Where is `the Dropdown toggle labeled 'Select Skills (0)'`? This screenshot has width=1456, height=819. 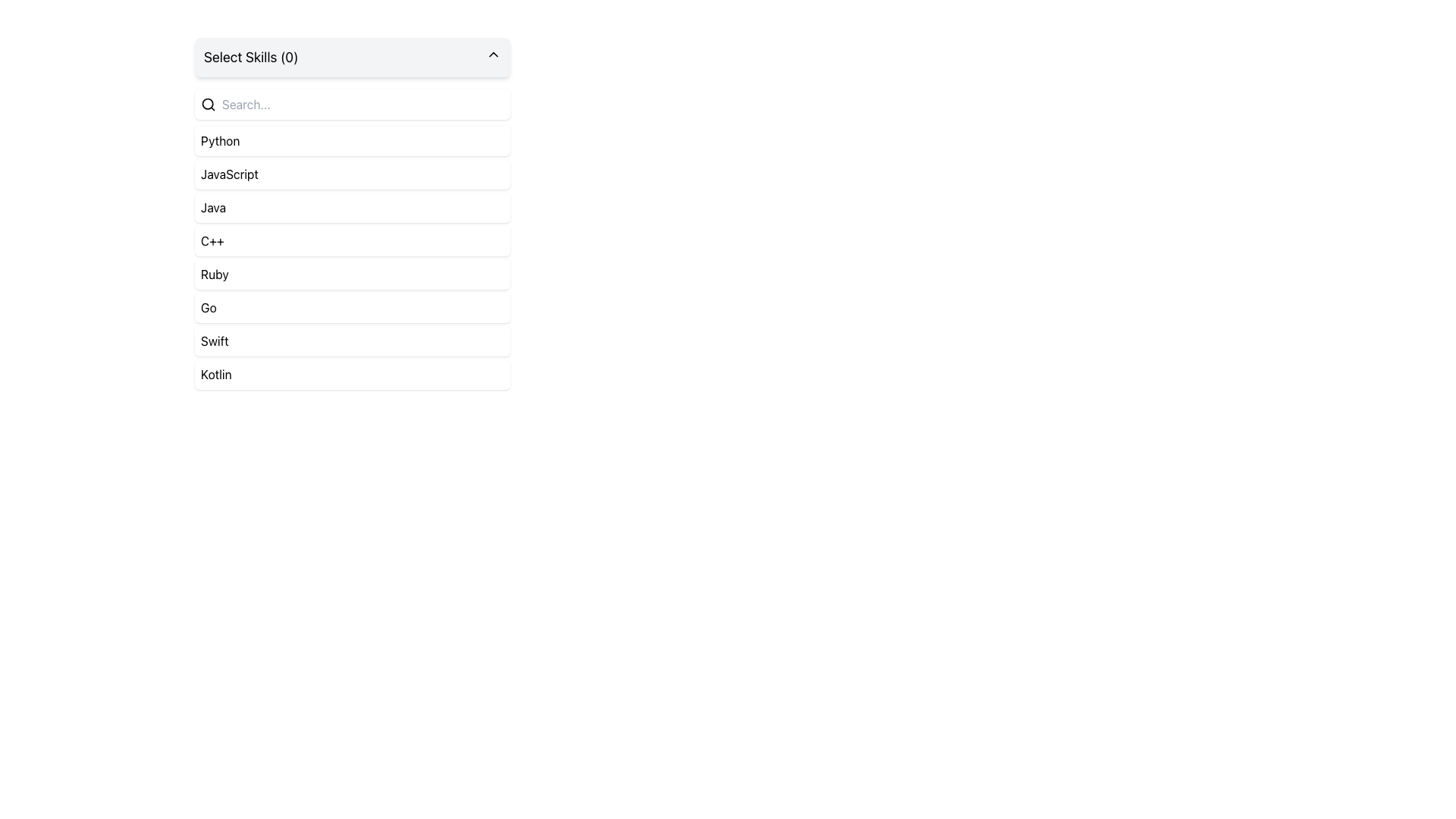
the Dropdown toggle labeled 'Select Skills (0)' is located at coordinates (352, 57).